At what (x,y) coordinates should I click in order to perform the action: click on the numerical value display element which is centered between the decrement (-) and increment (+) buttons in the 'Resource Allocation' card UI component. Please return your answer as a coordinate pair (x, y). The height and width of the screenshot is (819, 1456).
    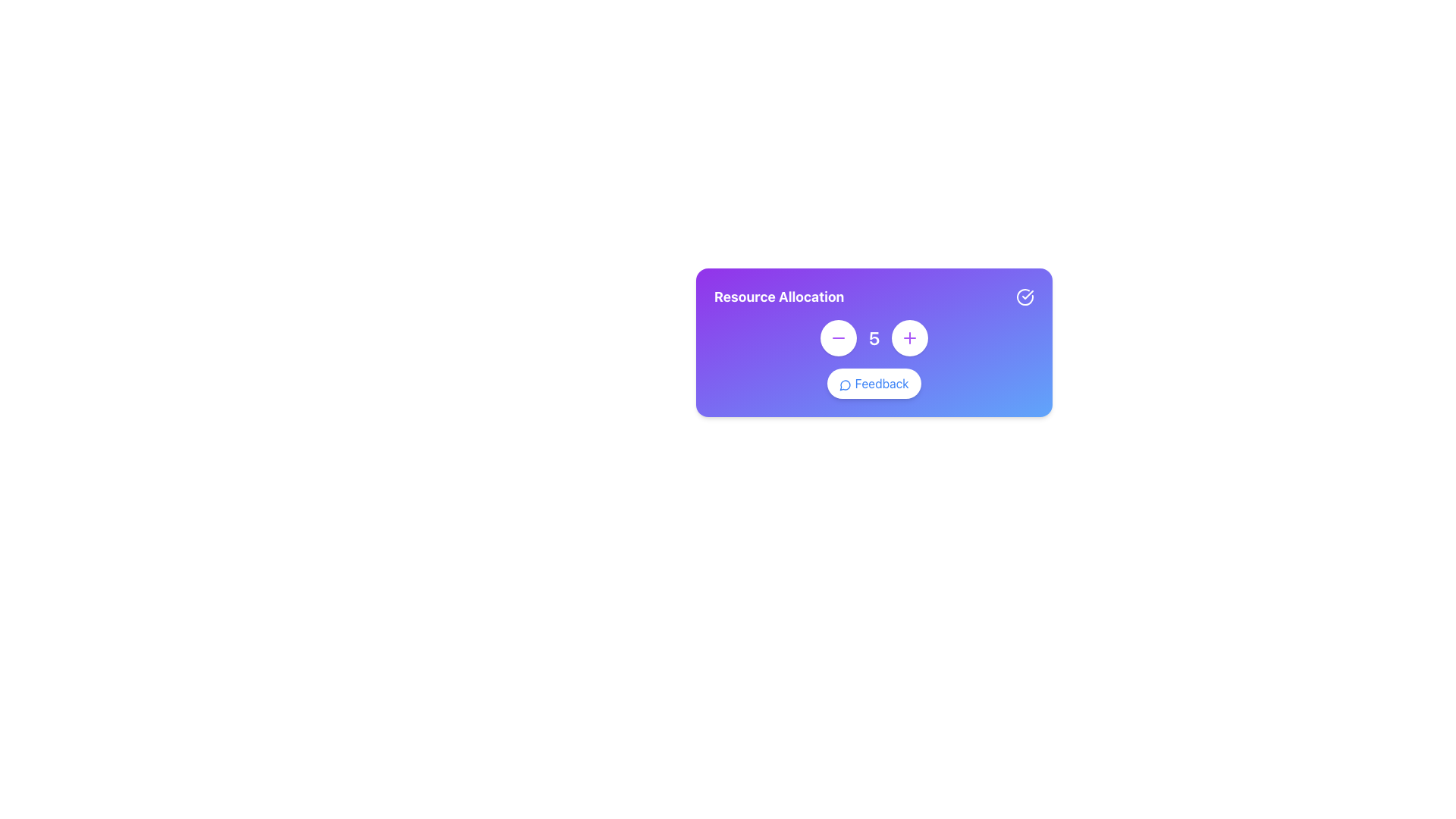
    Looking at the image, I should click on (874, 337).